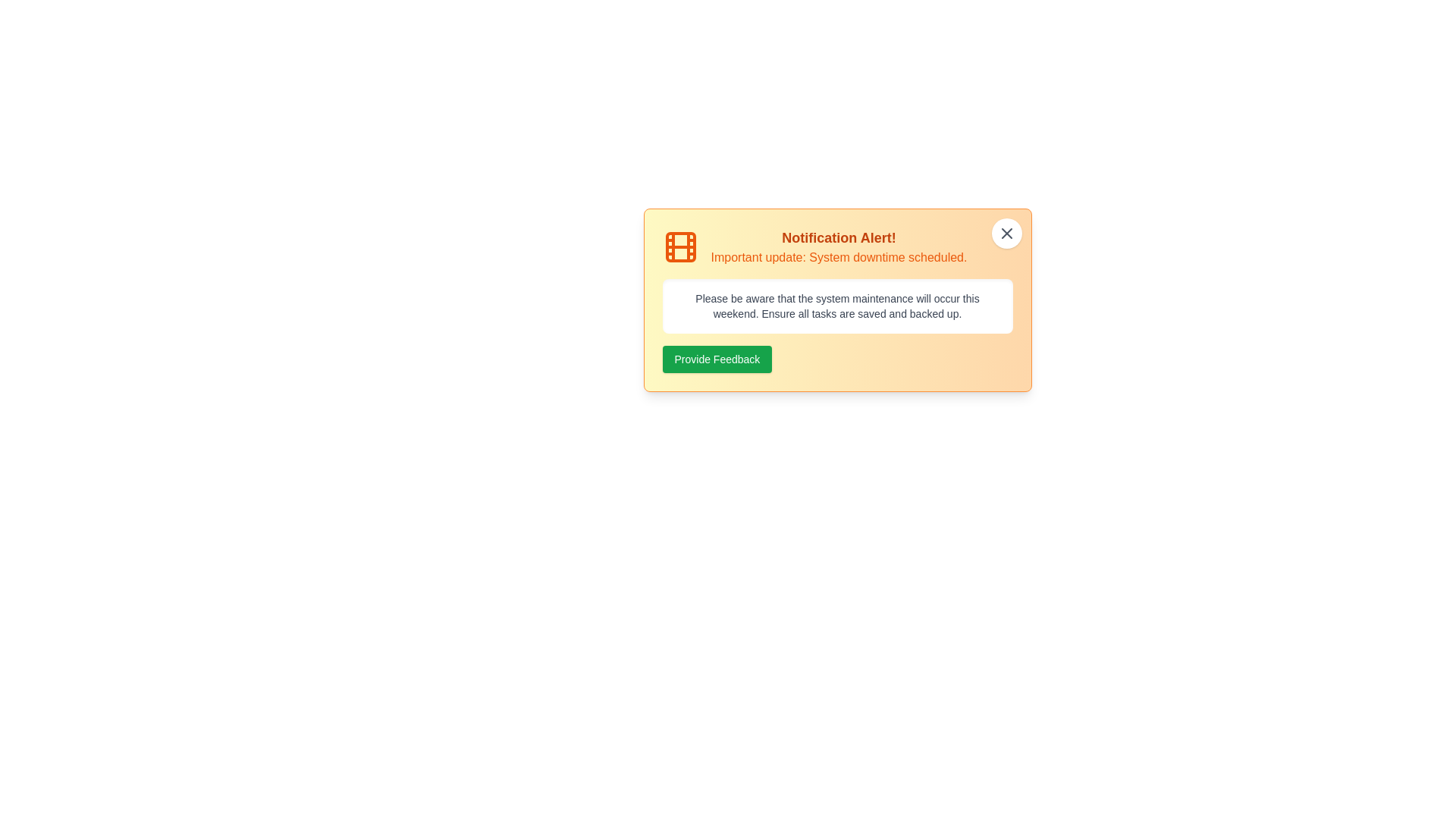  What do you see at coordinates (716, 359) in the screenshot?
I see `the 'Provide Feedback' button to interact with the informational text` at bounding box center [716, 359].